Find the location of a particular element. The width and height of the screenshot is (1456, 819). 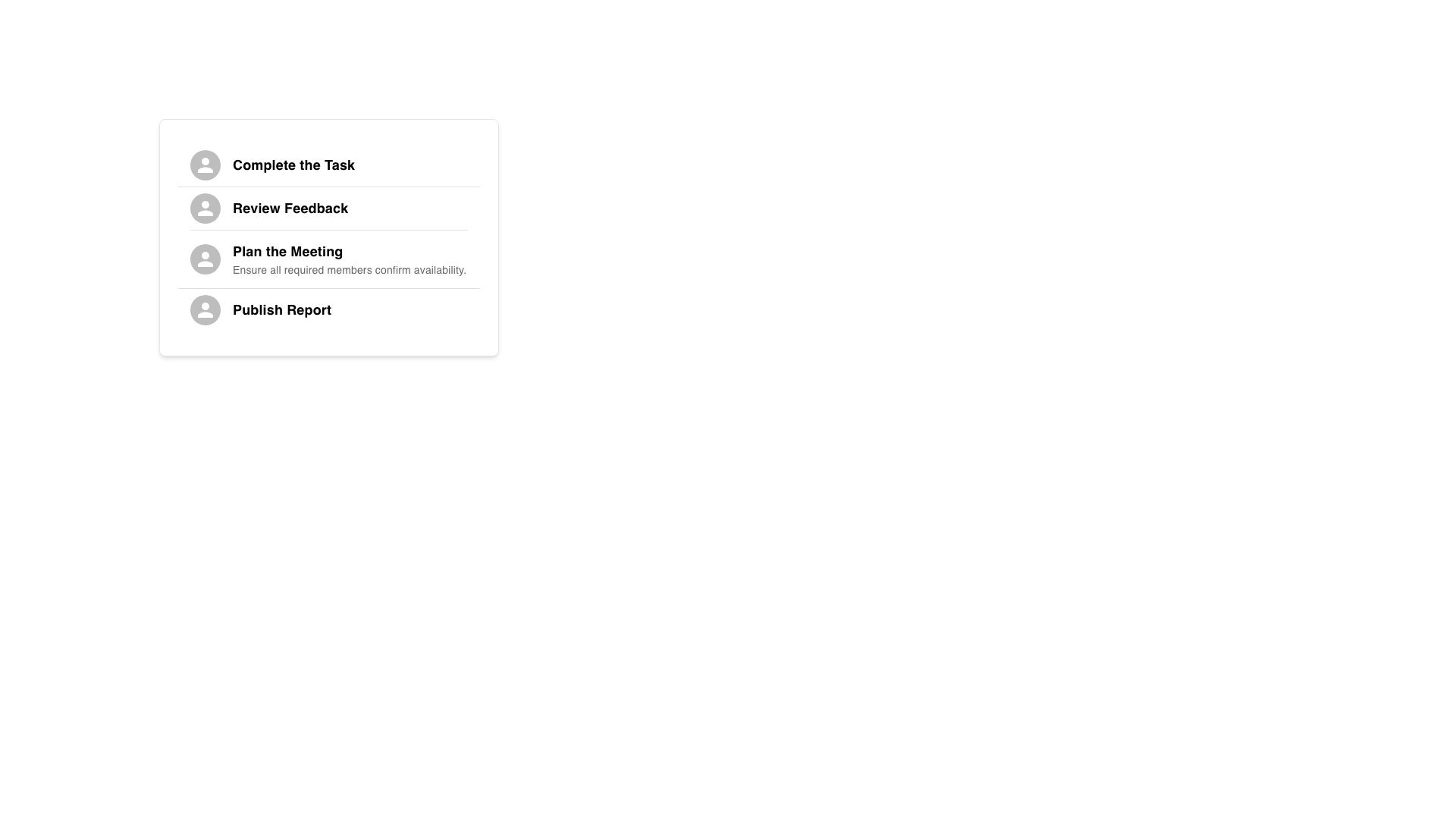

the Circular avatar icon representing the 'Publish Report' item located at the bottom of the vertical list is located at coordinates (204, 309).